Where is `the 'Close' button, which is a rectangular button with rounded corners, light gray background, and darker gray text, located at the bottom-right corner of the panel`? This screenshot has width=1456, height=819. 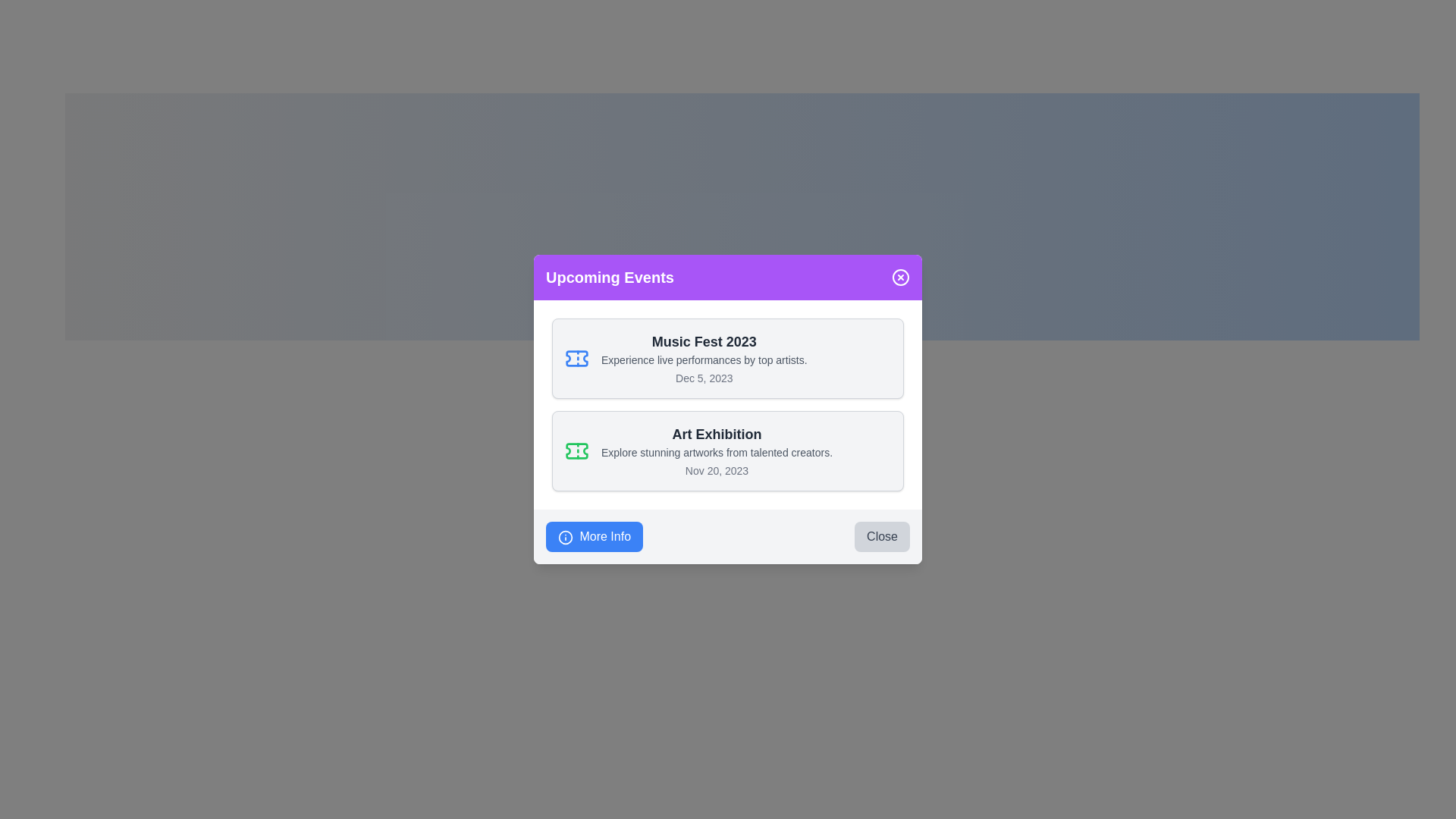 the 'Close' button, which is a rectangular button with rounded corners, light gray background, and darker gray text, located at the bottom-right corner of the panel is located at coordinates (882, 536).